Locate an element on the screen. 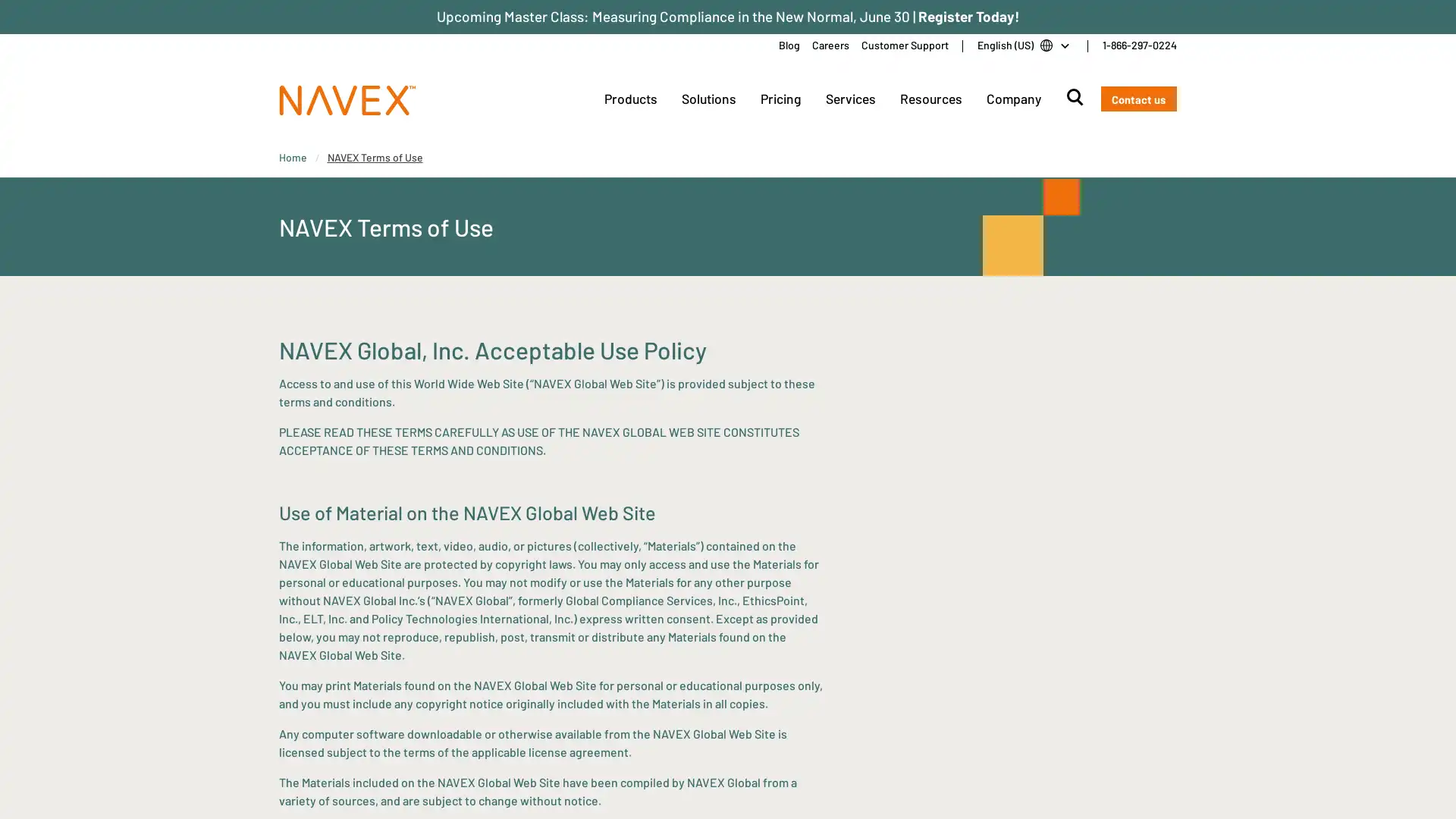 This screenshot has height=819, width=1456. Solutions is located at coordinates (708, 99).